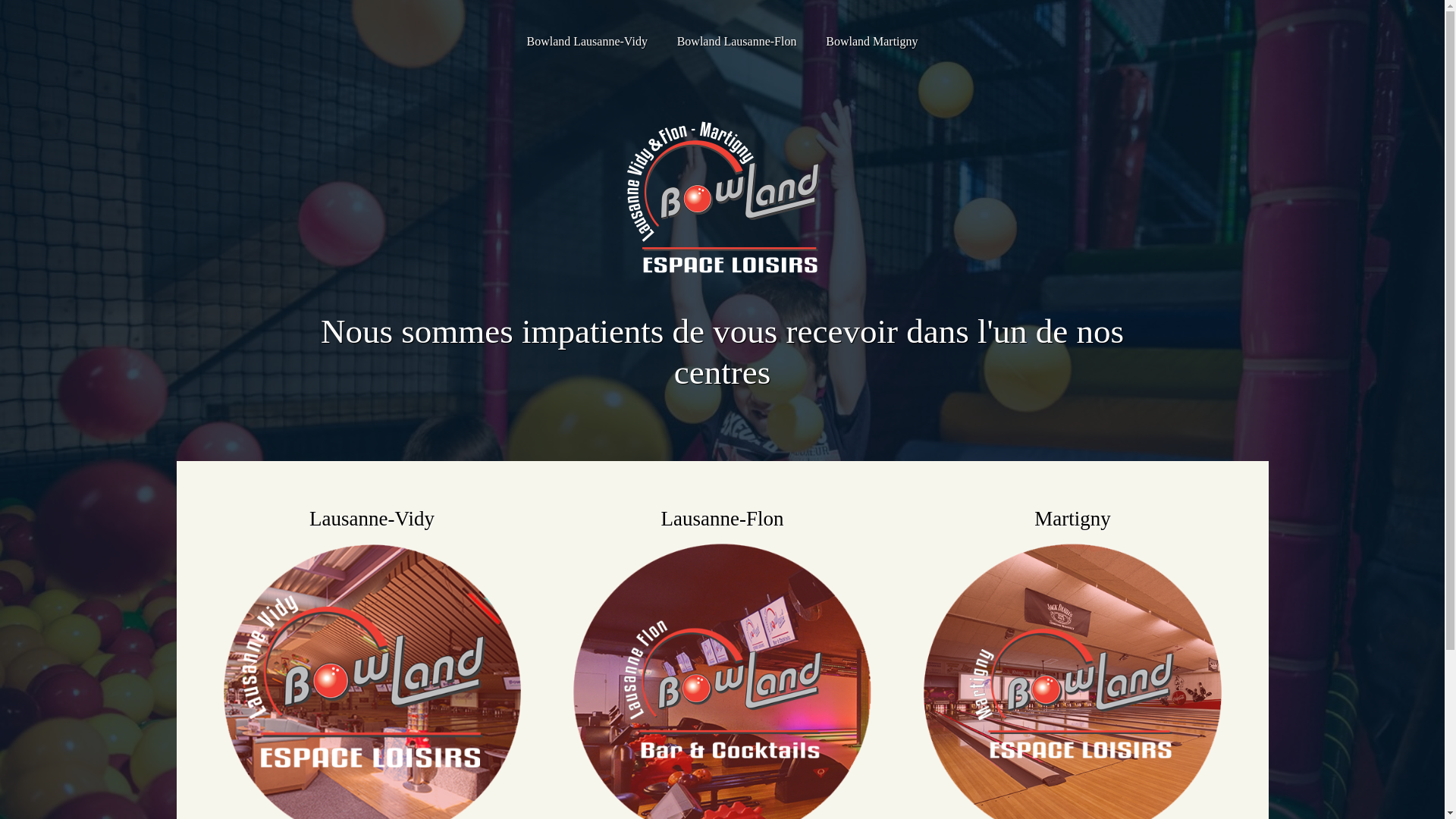 The image size is (1456, 819). Describe the element at coordinates (585, 40) in the screenshot. I see `'Bowland Lausanne-Vidy'` at that location.